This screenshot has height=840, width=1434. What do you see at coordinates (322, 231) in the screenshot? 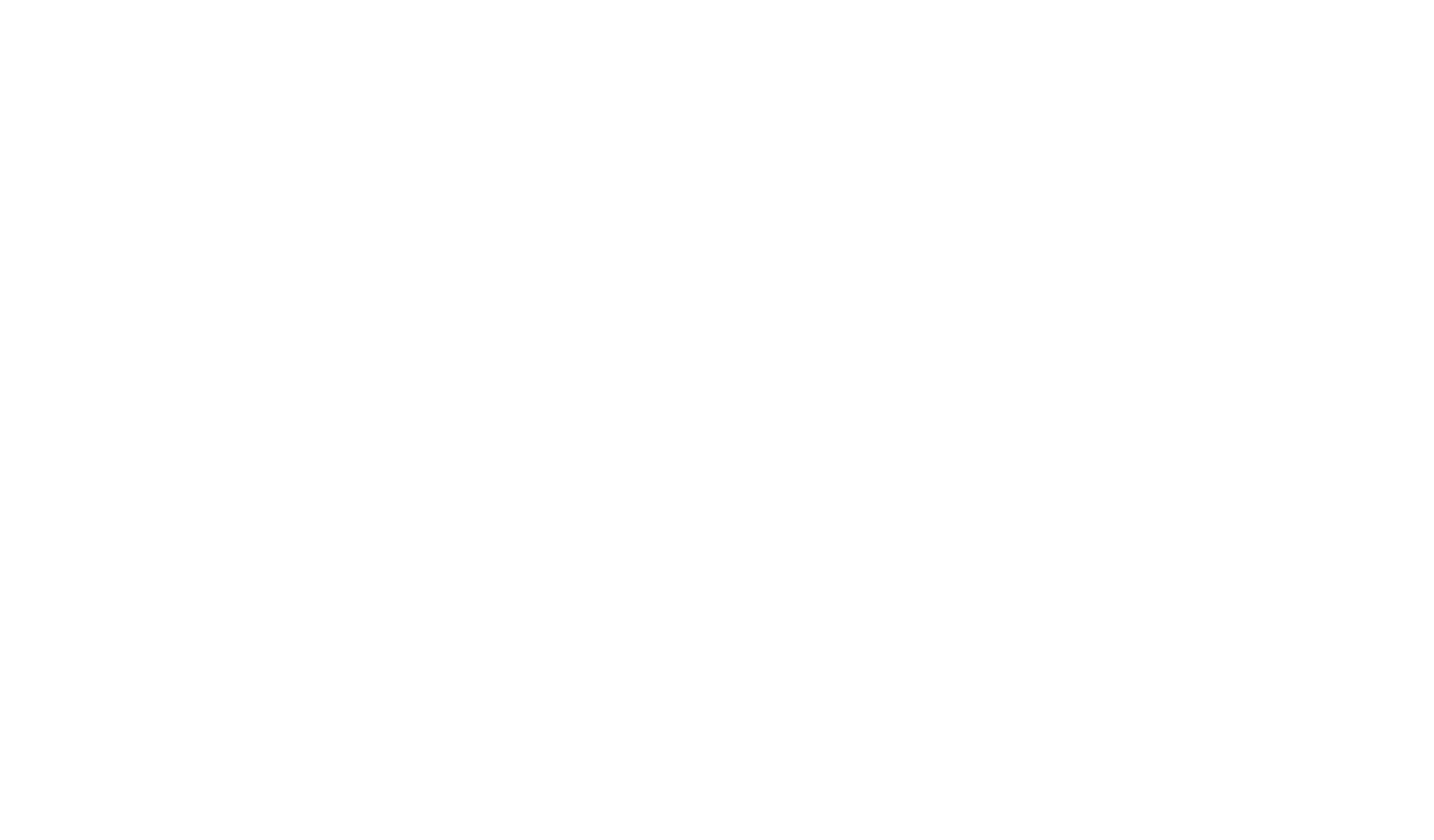
I see `'This thought was a trigger for the development of'` at bounding box center [322, 231].